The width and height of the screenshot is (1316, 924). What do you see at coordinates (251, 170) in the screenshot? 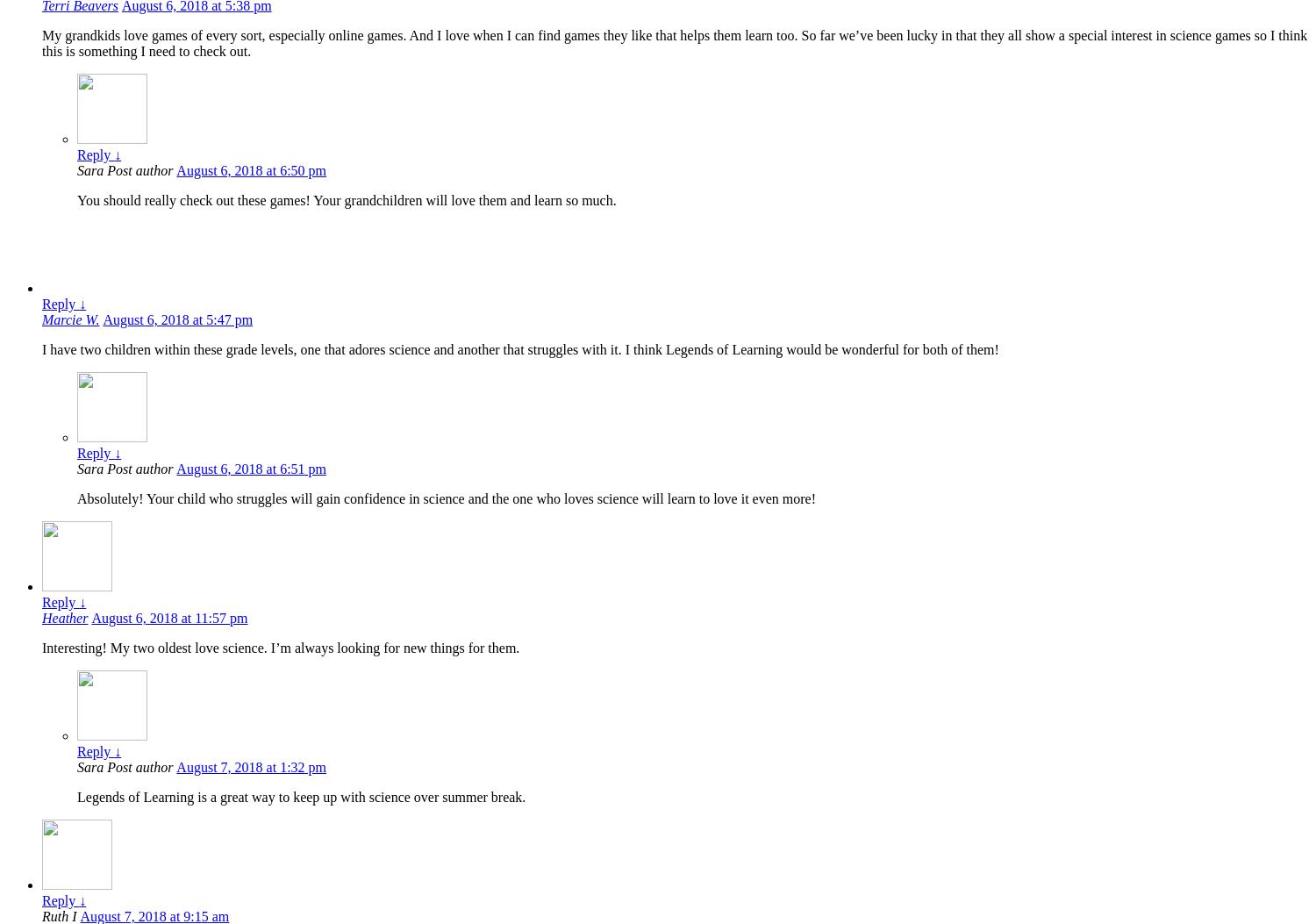
I see `'August 6, 2018 at 6:50 pm'` at bounding box center [251, 170].